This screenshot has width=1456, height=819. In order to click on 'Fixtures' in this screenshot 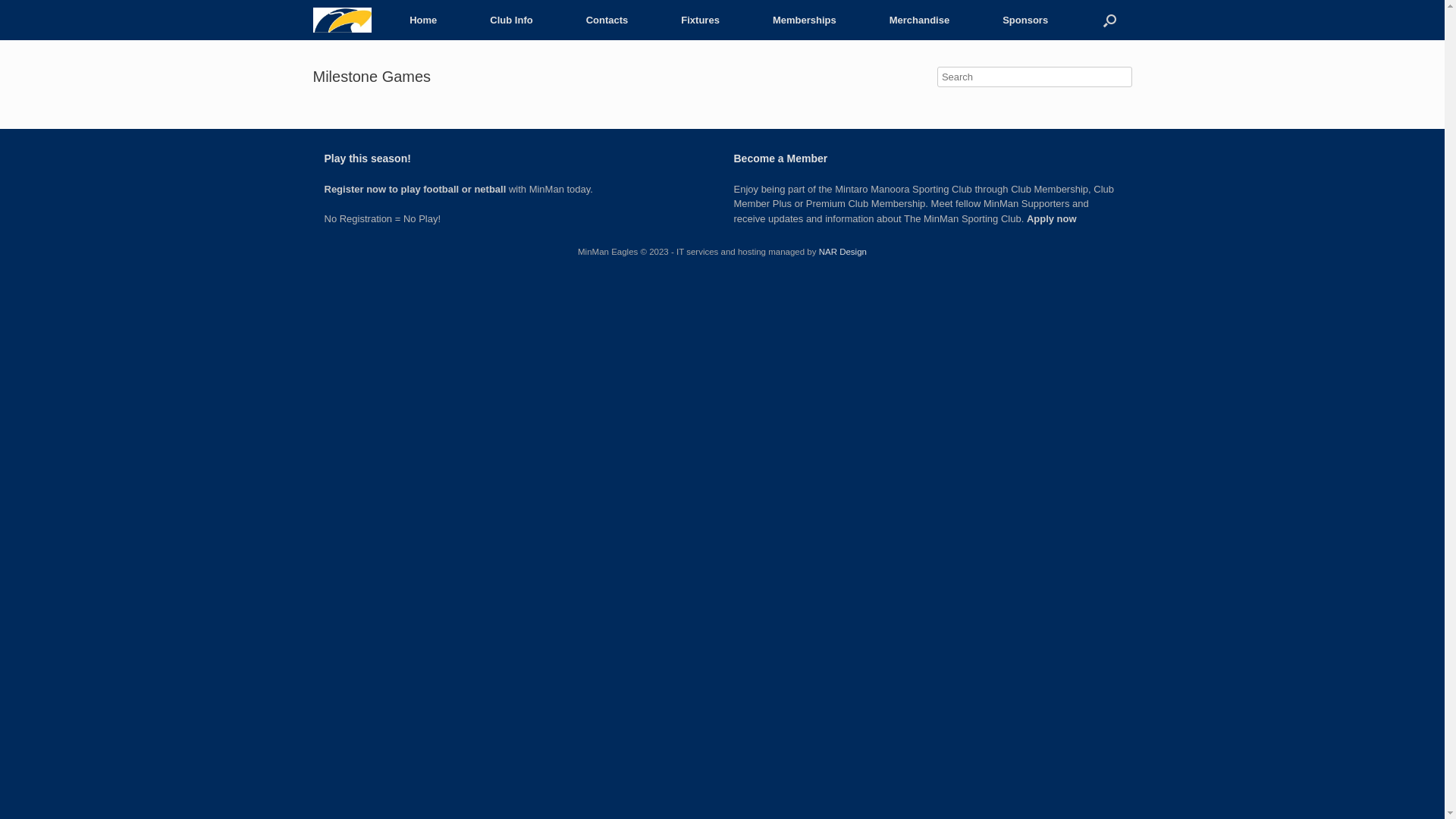, I will do `click(654, 20)`.